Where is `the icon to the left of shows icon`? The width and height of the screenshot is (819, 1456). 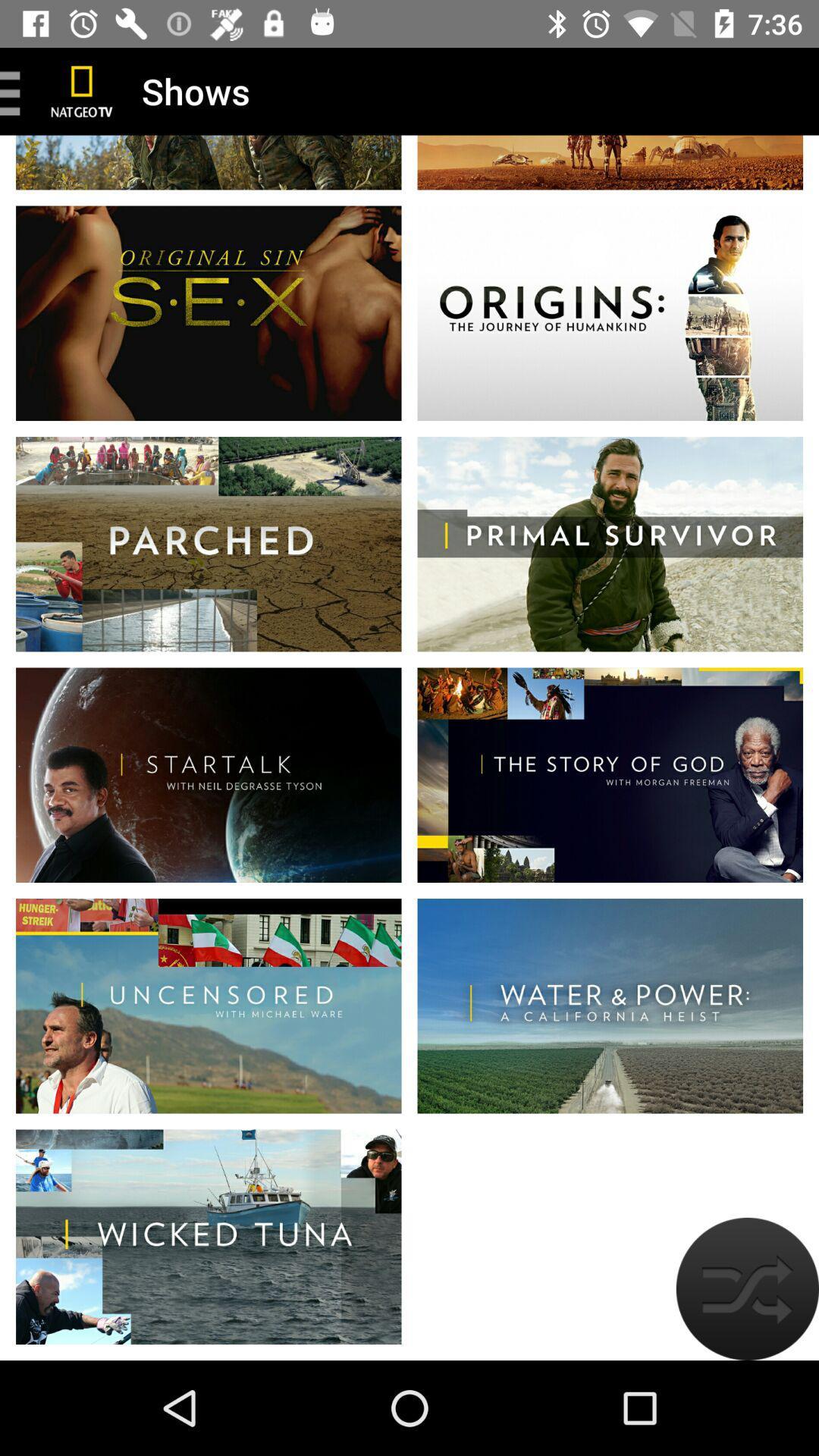
the icon to the left of shows icon is located at coordinates (82, 90).